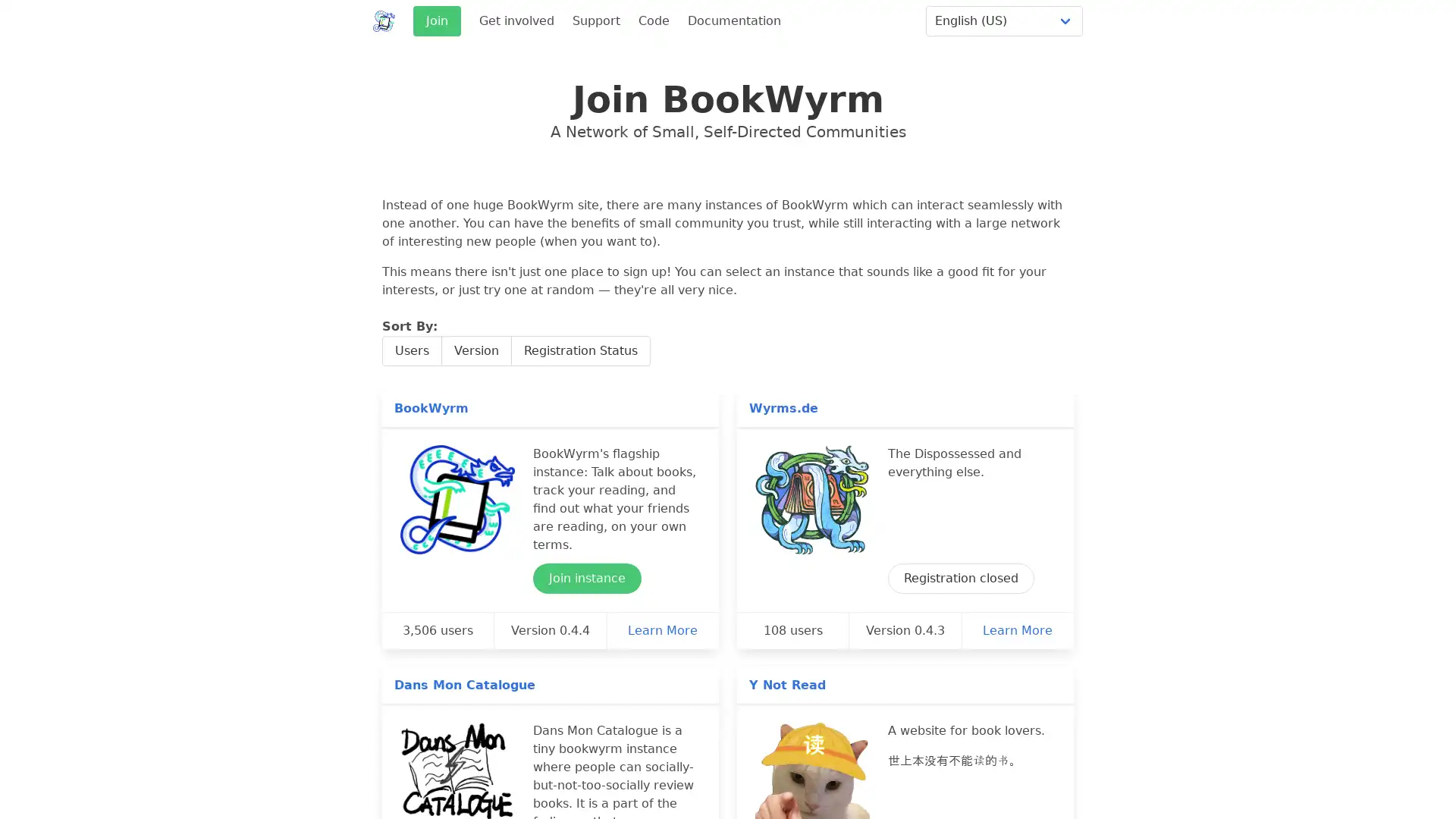 This screenshot has width=1456, height=819. What do you see at coordinates (412, 350) in the screenshot?
I see `Users` at bounding box center [412, 350].